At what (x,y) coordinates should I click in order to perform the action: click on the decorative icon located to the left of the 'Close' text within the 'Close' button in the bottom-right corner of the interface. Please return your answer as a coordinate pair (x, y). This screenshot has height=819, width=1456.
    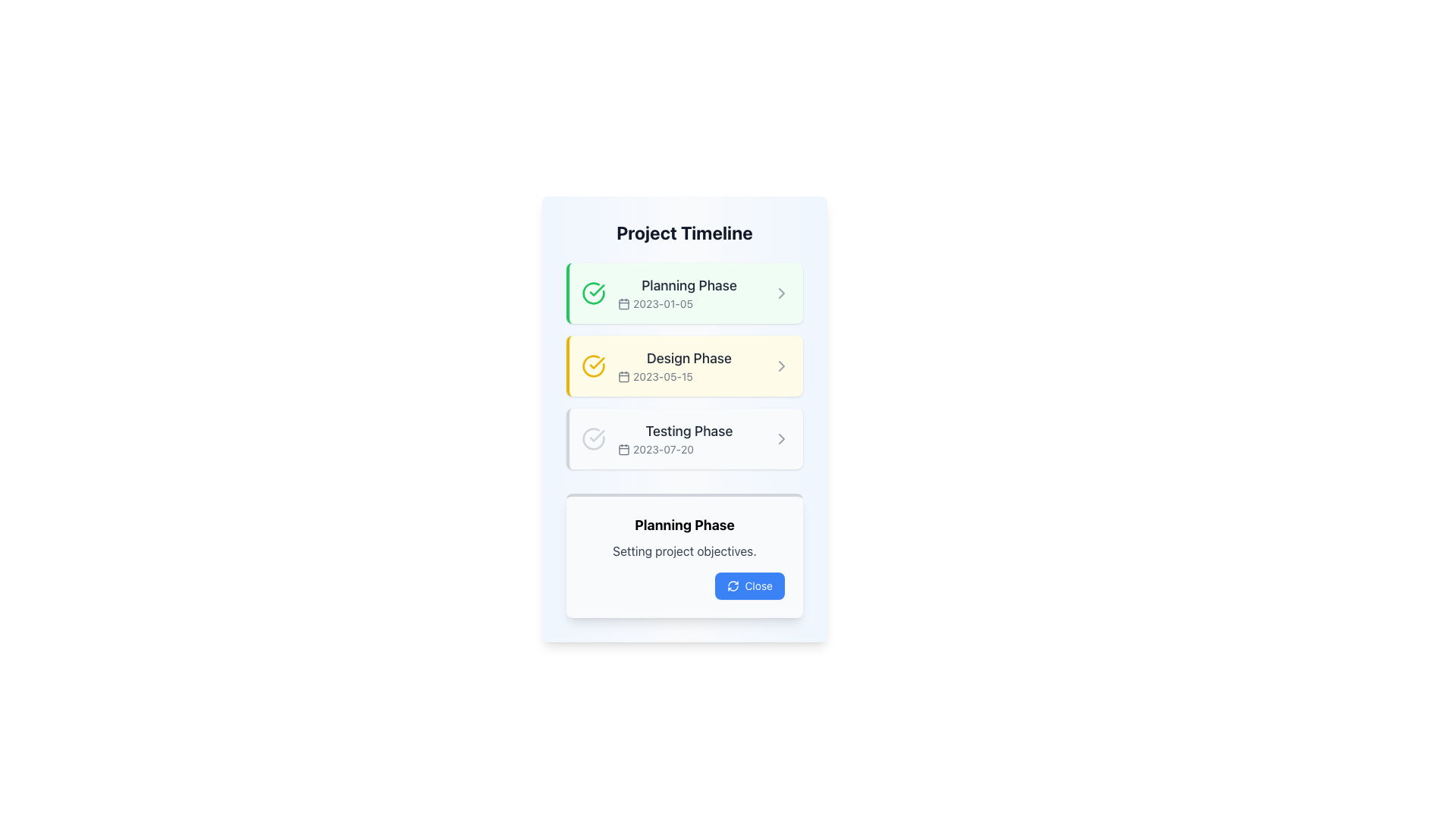
    Looking at the image, I should click on (733, 585).